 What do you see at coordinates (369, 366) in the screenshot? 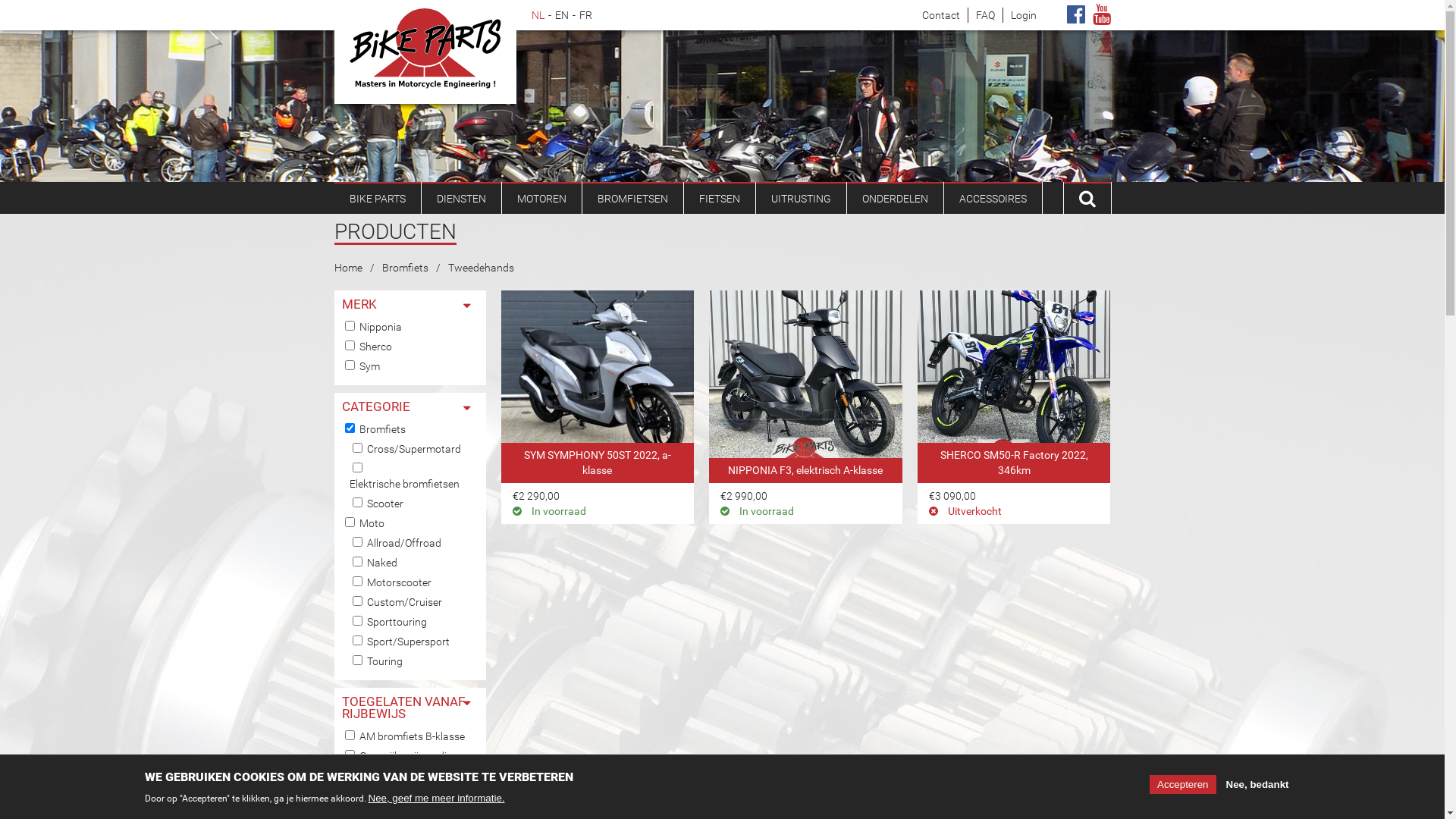
I see `'Sym` at bounding box center [369, 366].